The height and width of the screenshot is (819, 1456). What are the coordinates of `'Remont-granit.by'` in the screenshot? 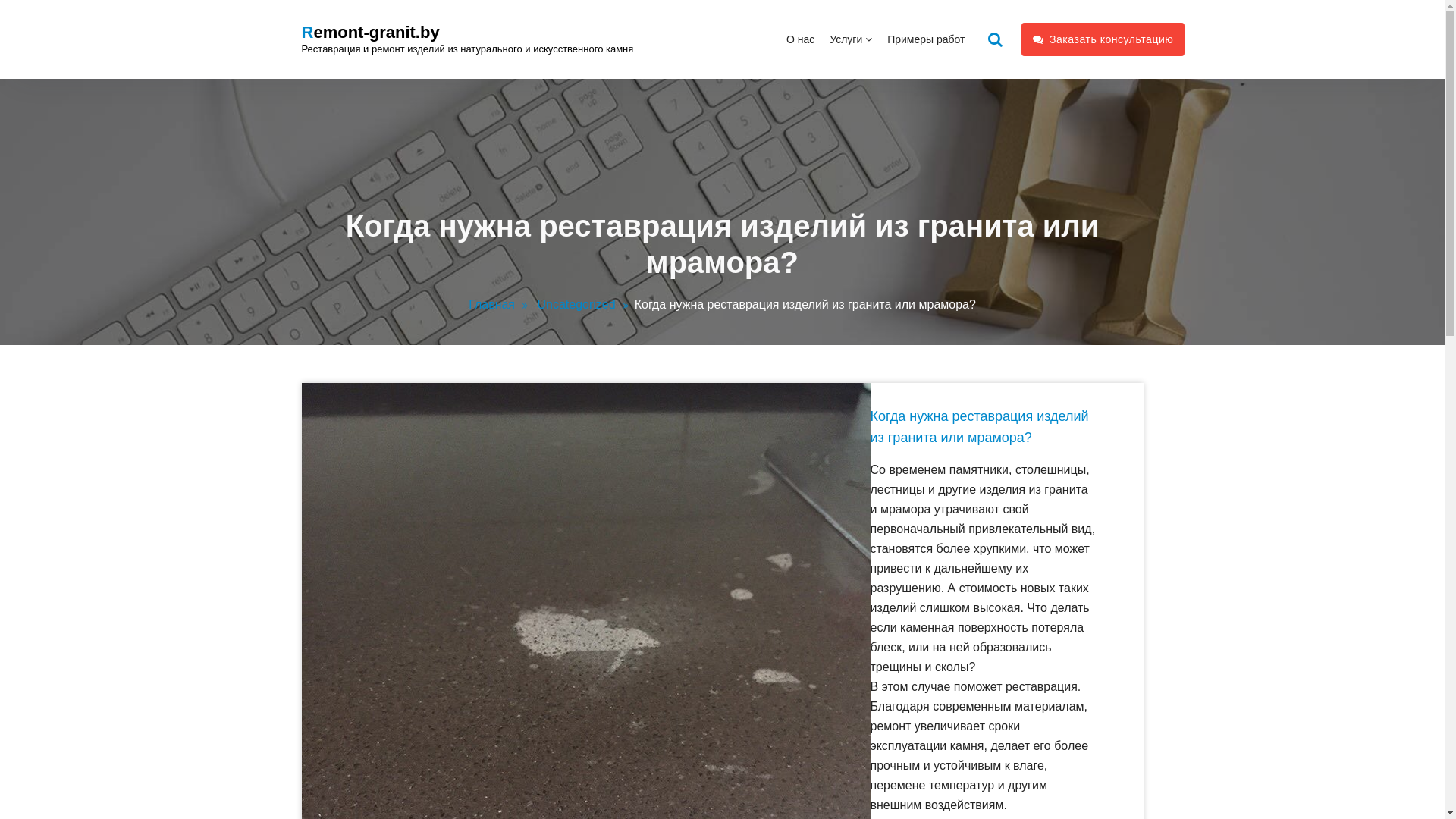 It's located at (371, 32).